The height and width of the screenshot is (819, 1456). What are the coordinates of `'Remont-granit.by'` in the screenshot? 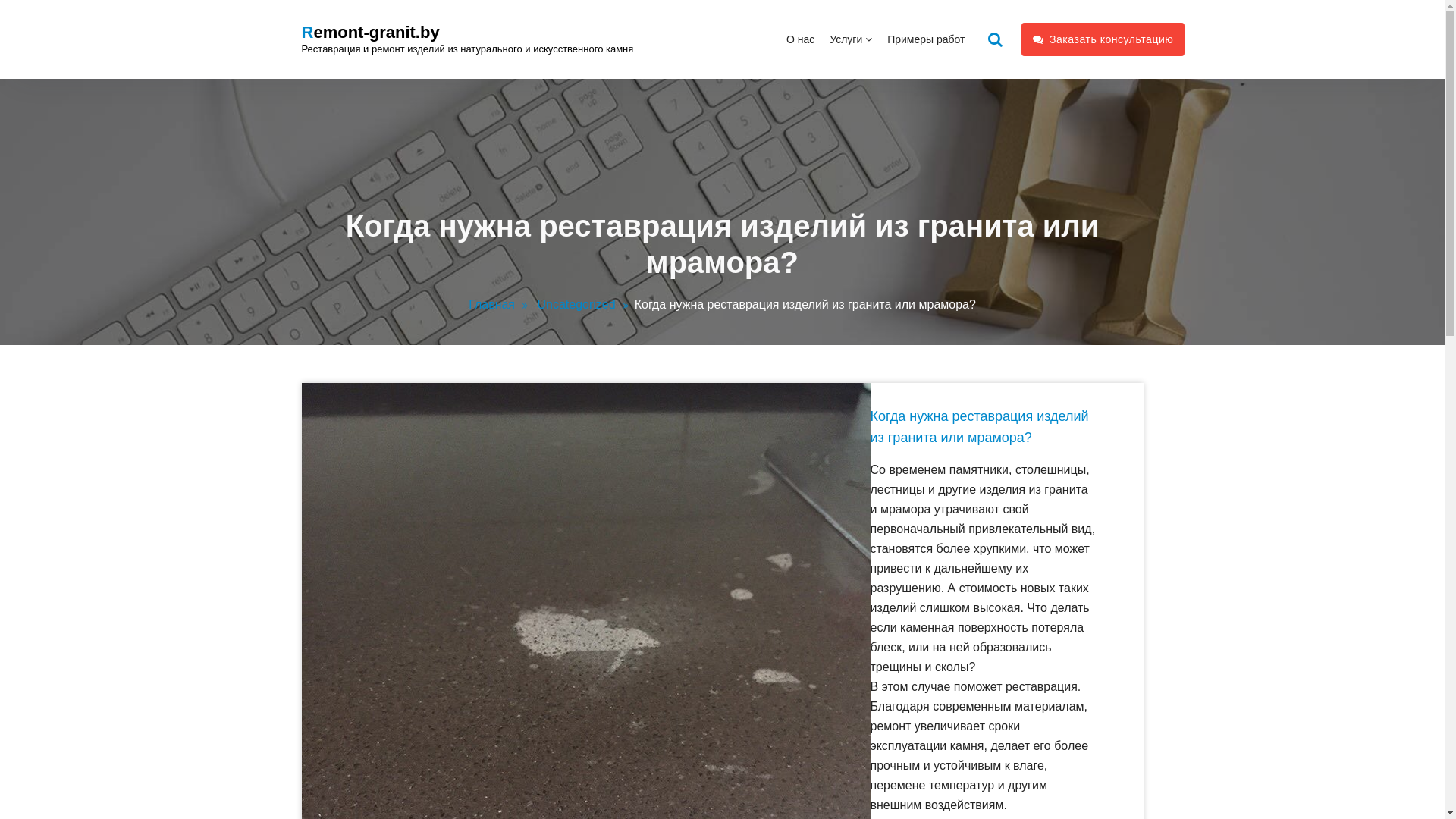 It's located at (371, 32).